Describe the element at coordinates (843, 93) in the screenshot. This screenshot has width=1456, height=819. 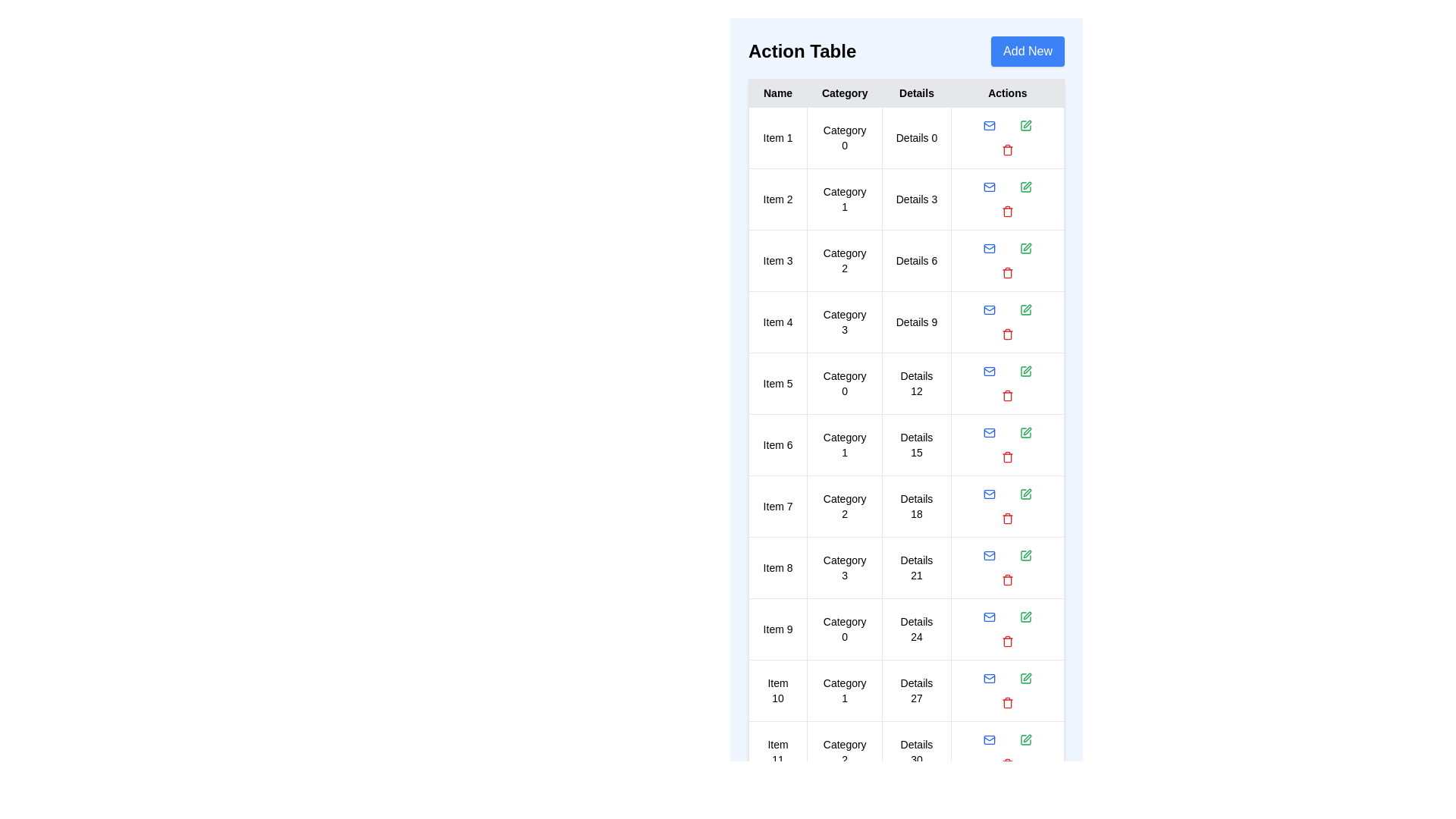
I see `the table header Category to sort or filter the table by that column` at that location.